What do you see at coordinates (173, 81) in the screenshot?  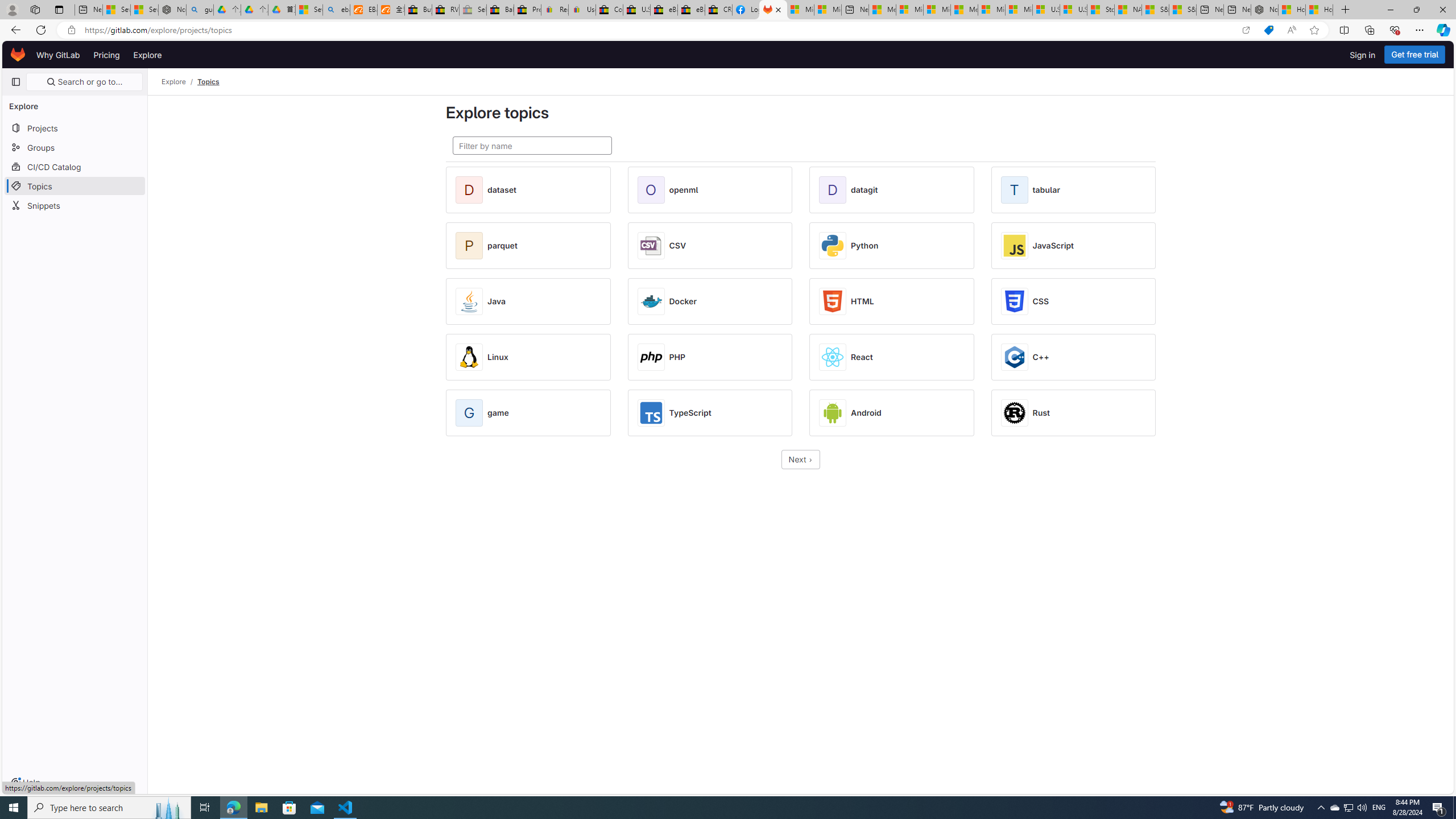 I see `'Explore'` at bounding box center [173, 81].